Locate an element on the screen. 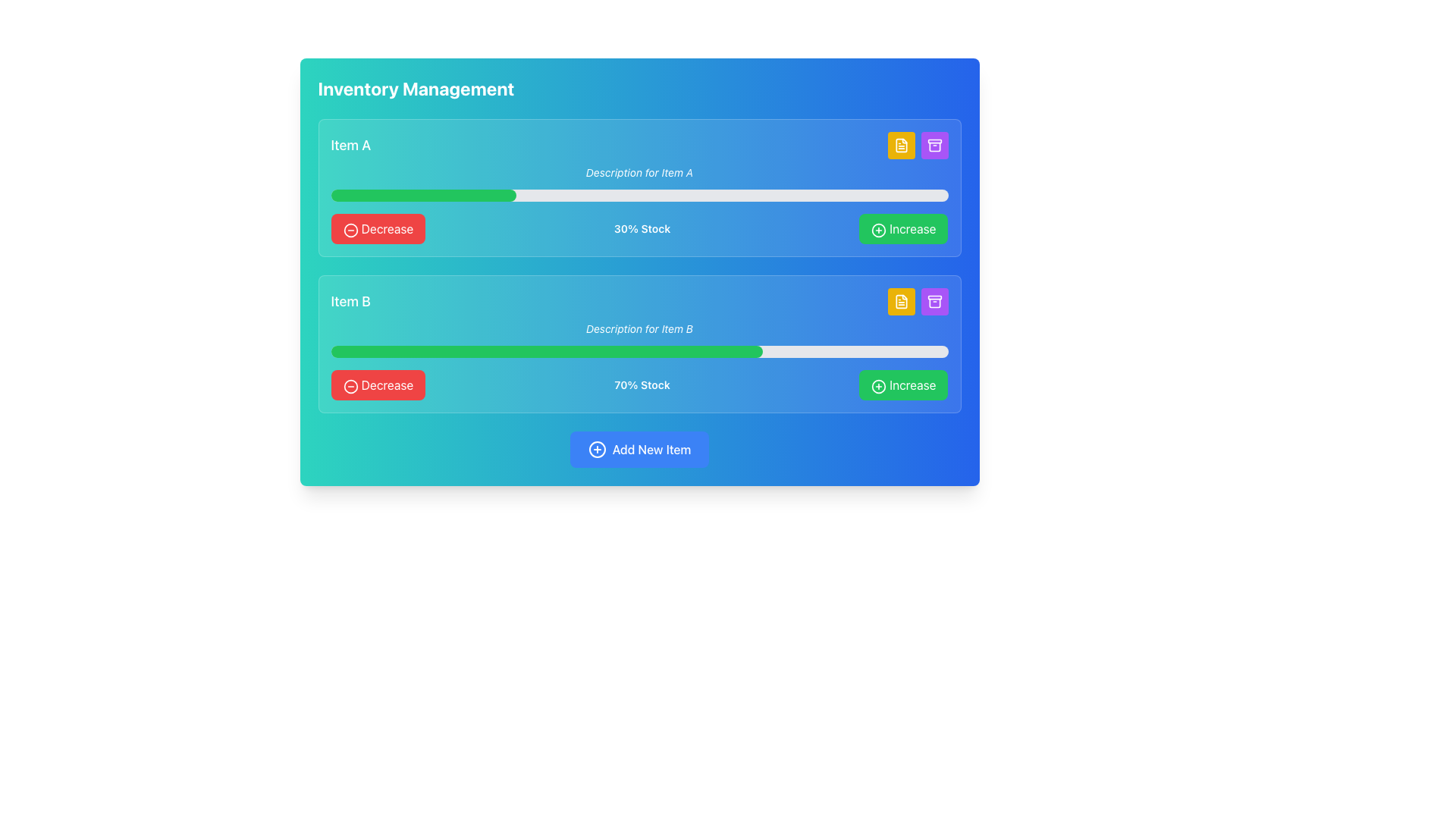 Image resolution: width=1456 pixels, height=819 pixels. the second file-related icon with a yellow background and a white document shape in the 'Item B' inventory section is located at coordinates (901, 301).